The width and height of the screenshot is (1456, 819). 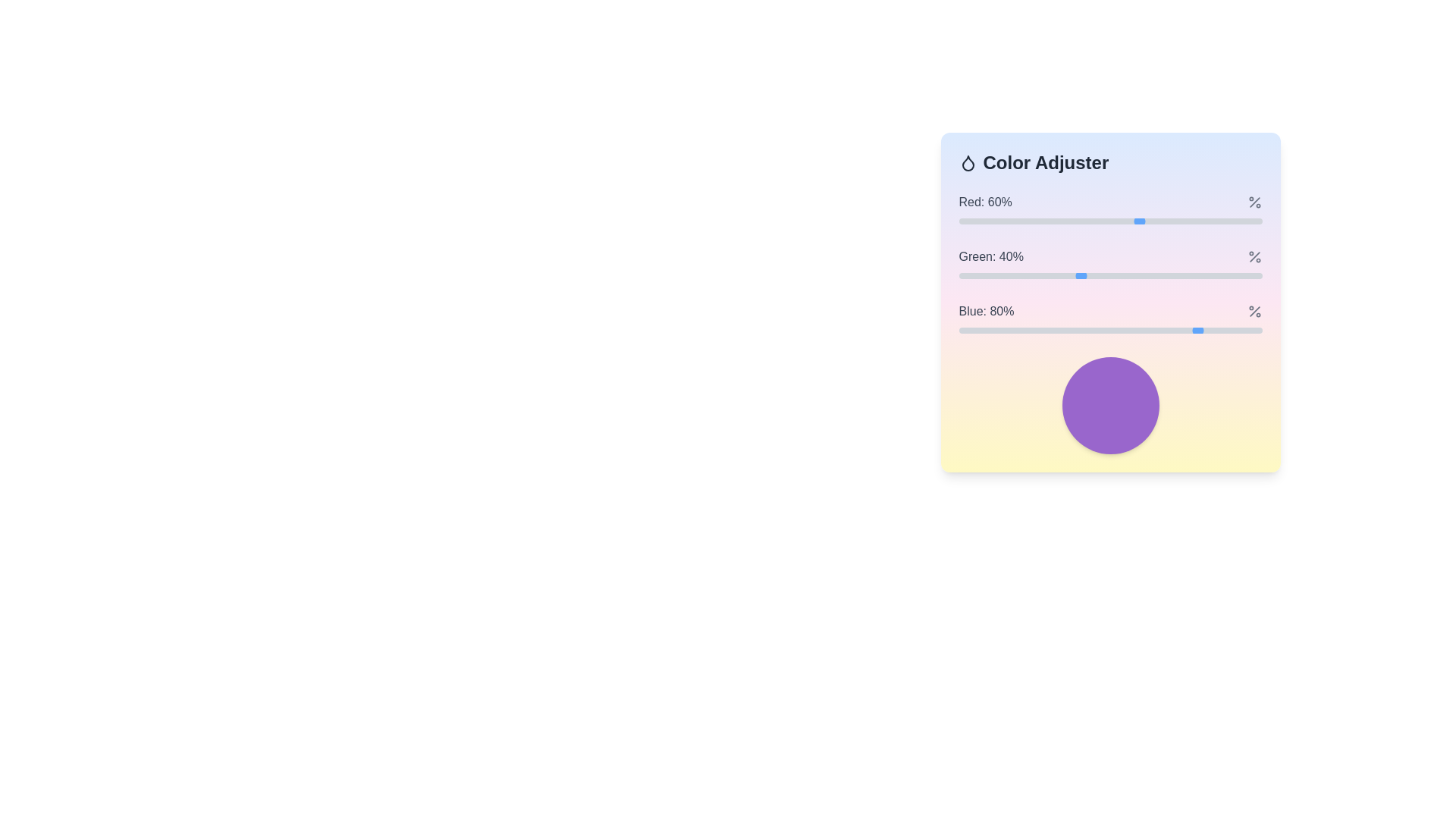 I want to click on the text of the 'red: 60%' indicator, so click(x=958, y=192).